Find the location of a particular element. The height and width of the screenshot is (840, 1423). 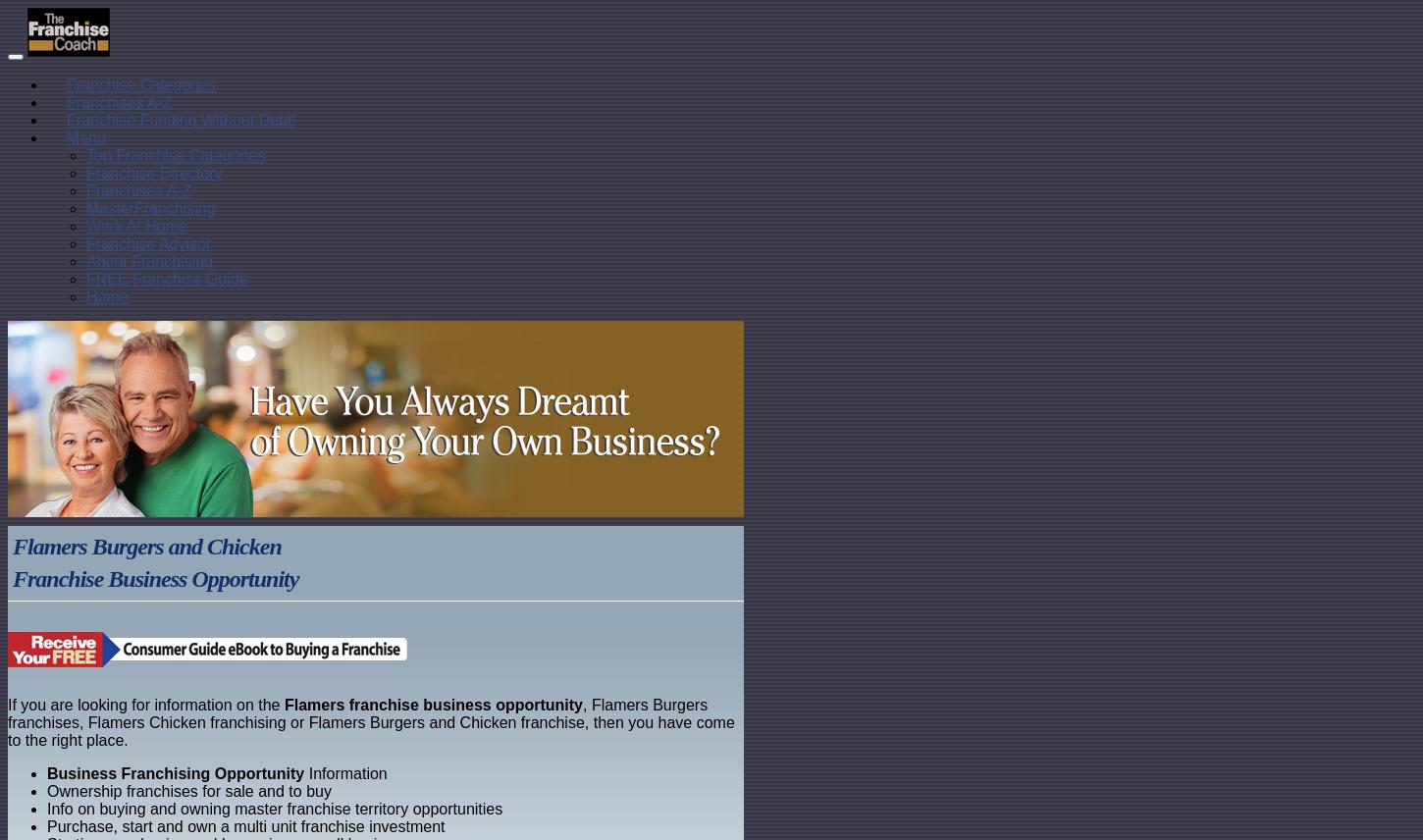

'Franchise Business Opportunity' is located at coordinates (154, 579).